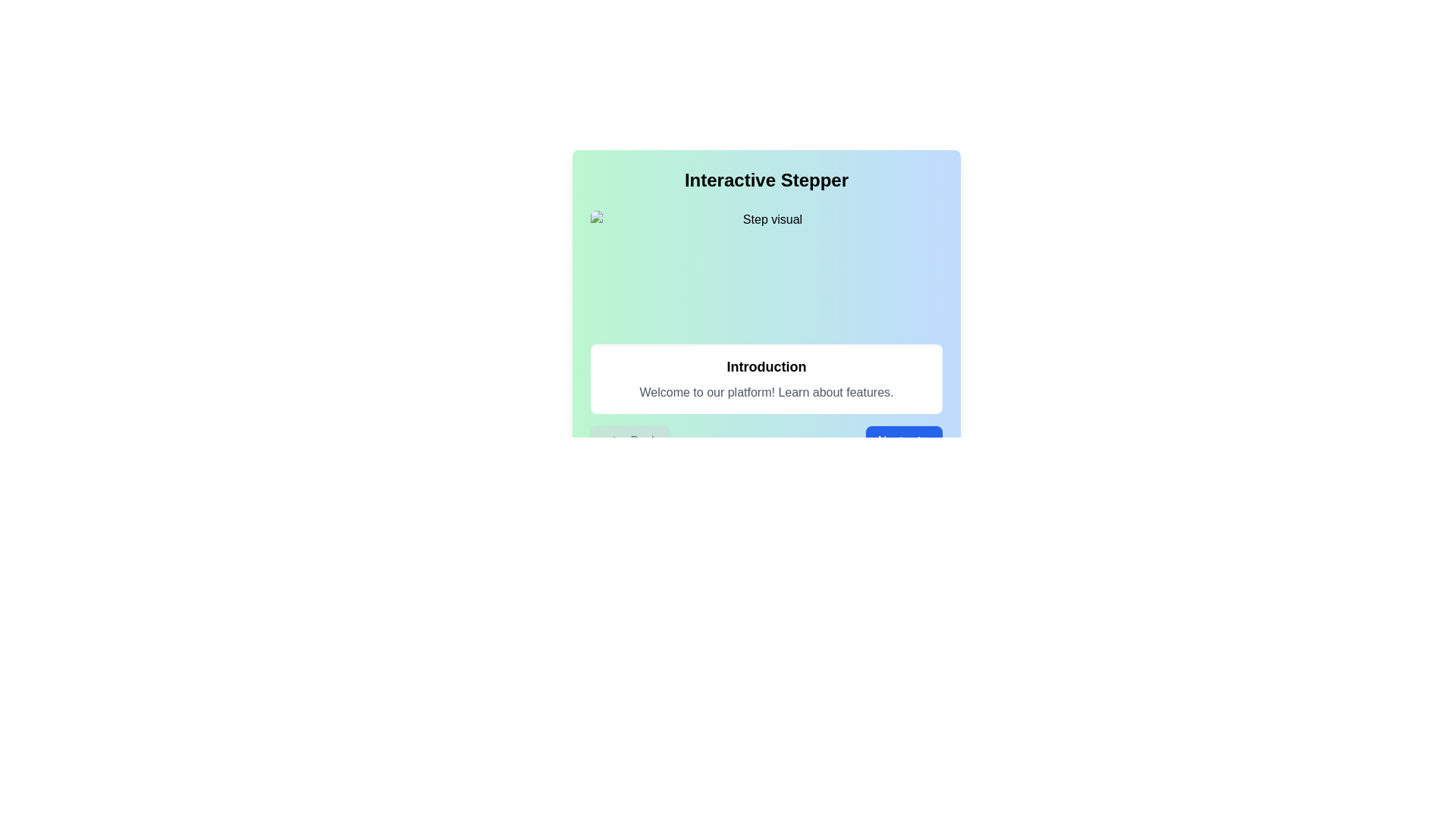 The width and height of the screenshot is (1456, 819). I want to click on the 'Introduction' title to interact with it, so click(767, 366).